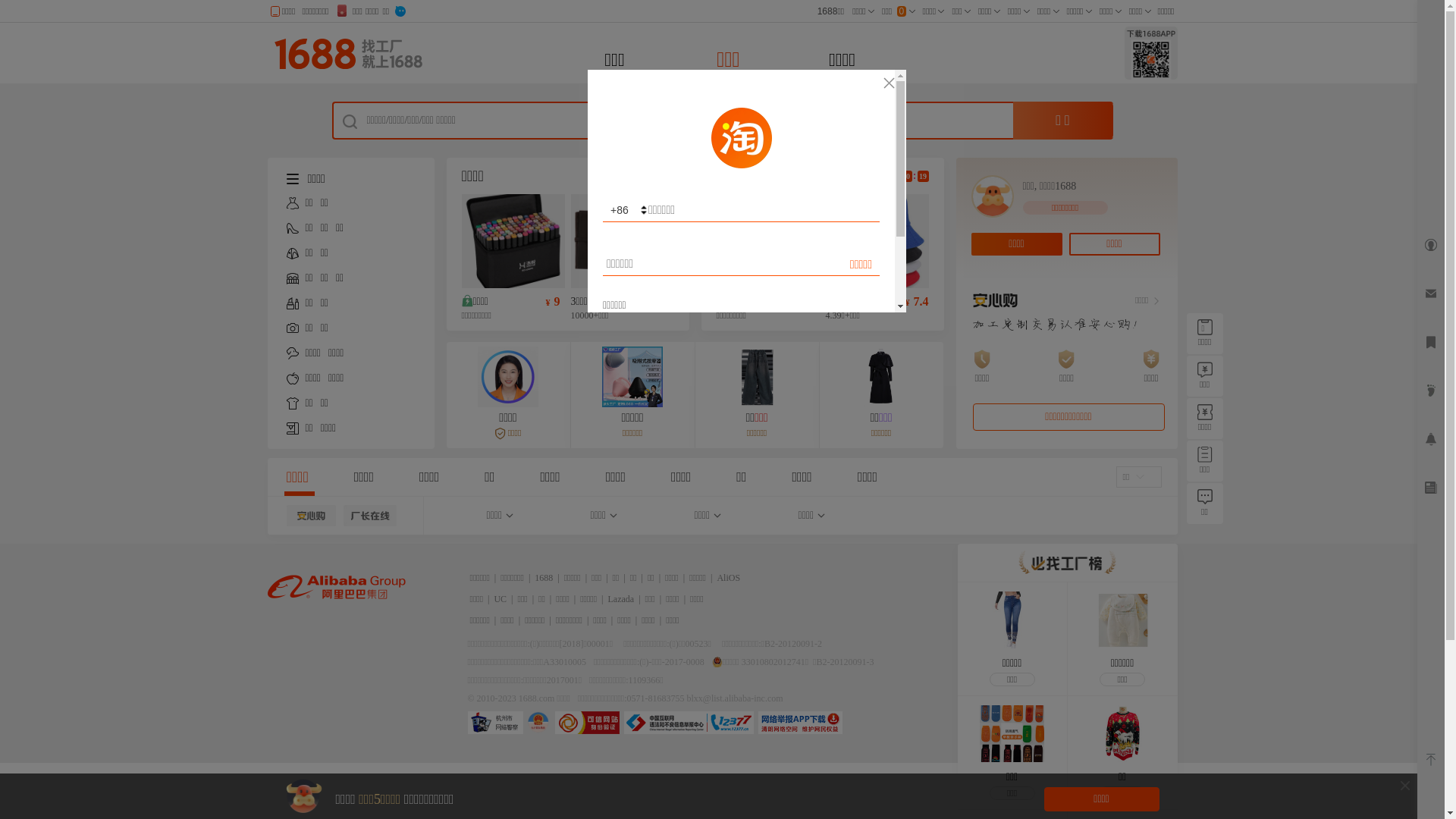  Describe the element at coordinates (728, 578) in the screenshot. I see `'AliOS'` at that location.